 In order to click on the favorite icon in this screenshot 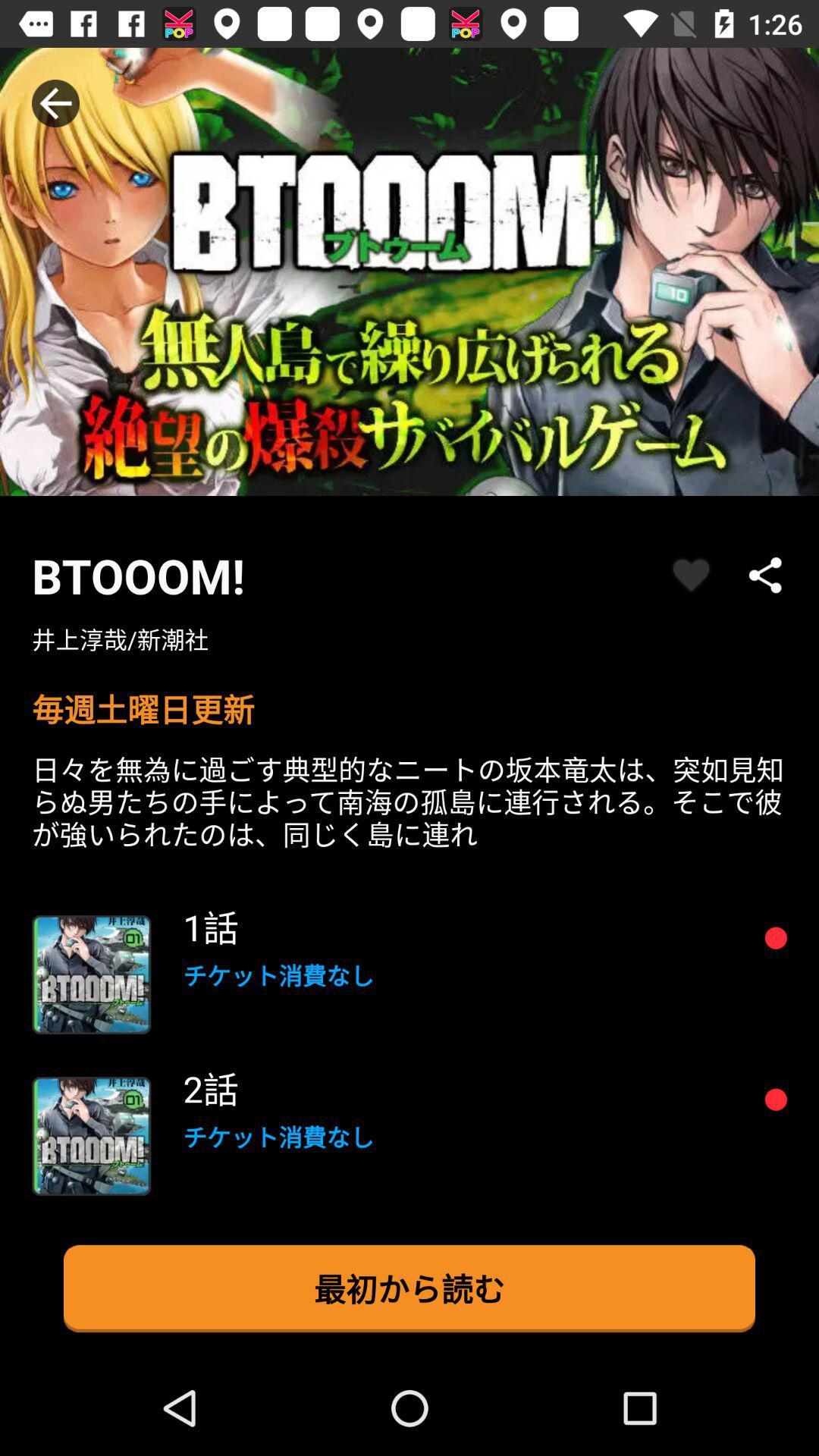, I will do `click(691, 574)`.